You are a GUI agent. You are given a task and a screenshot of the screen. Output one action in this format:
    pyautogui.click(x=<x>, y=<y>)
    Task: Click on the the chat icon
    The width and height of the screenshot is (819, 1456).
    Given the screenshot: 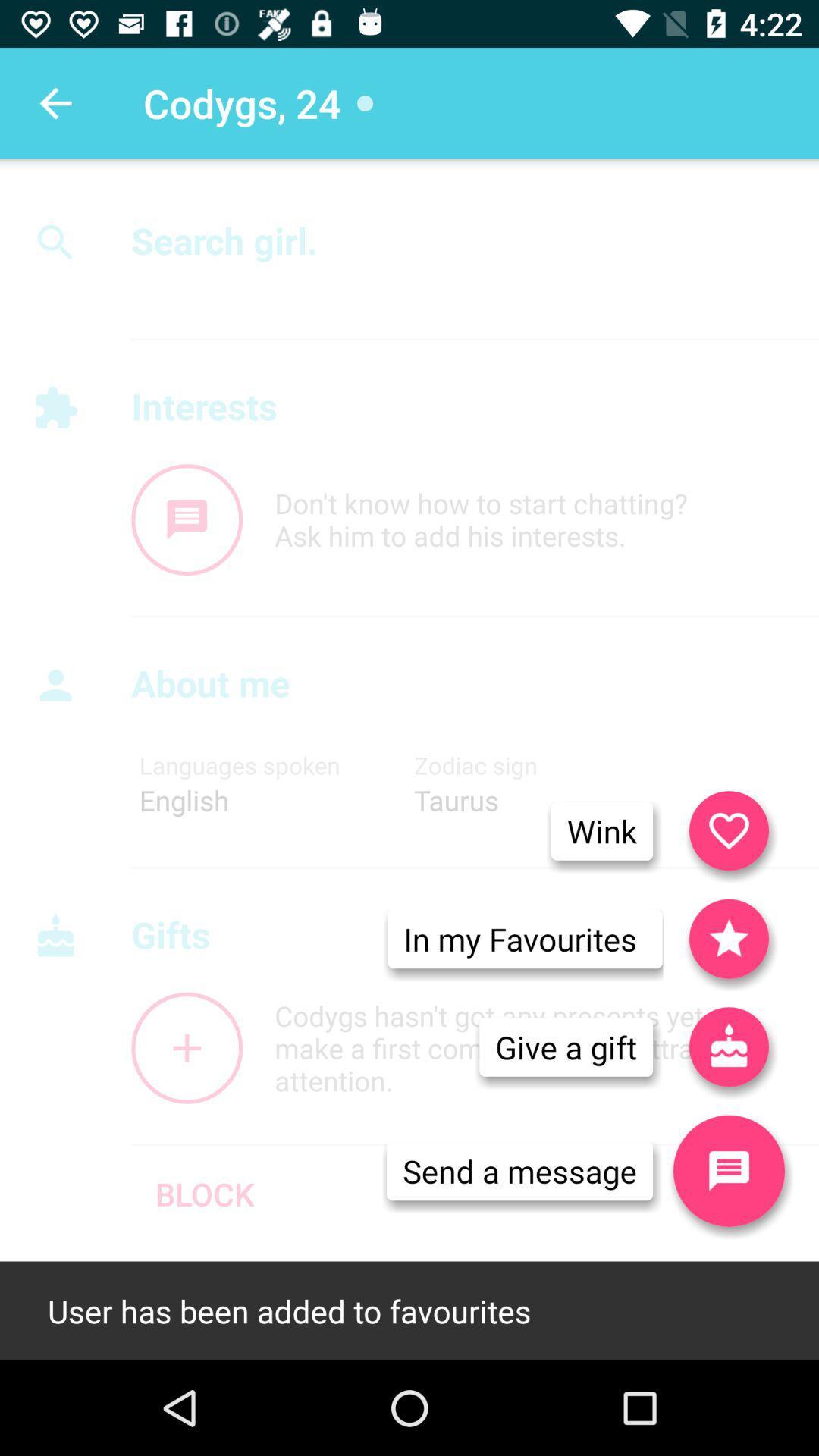 What is the action you would take?
    pyautogui.click(x=728, y=1170)
    